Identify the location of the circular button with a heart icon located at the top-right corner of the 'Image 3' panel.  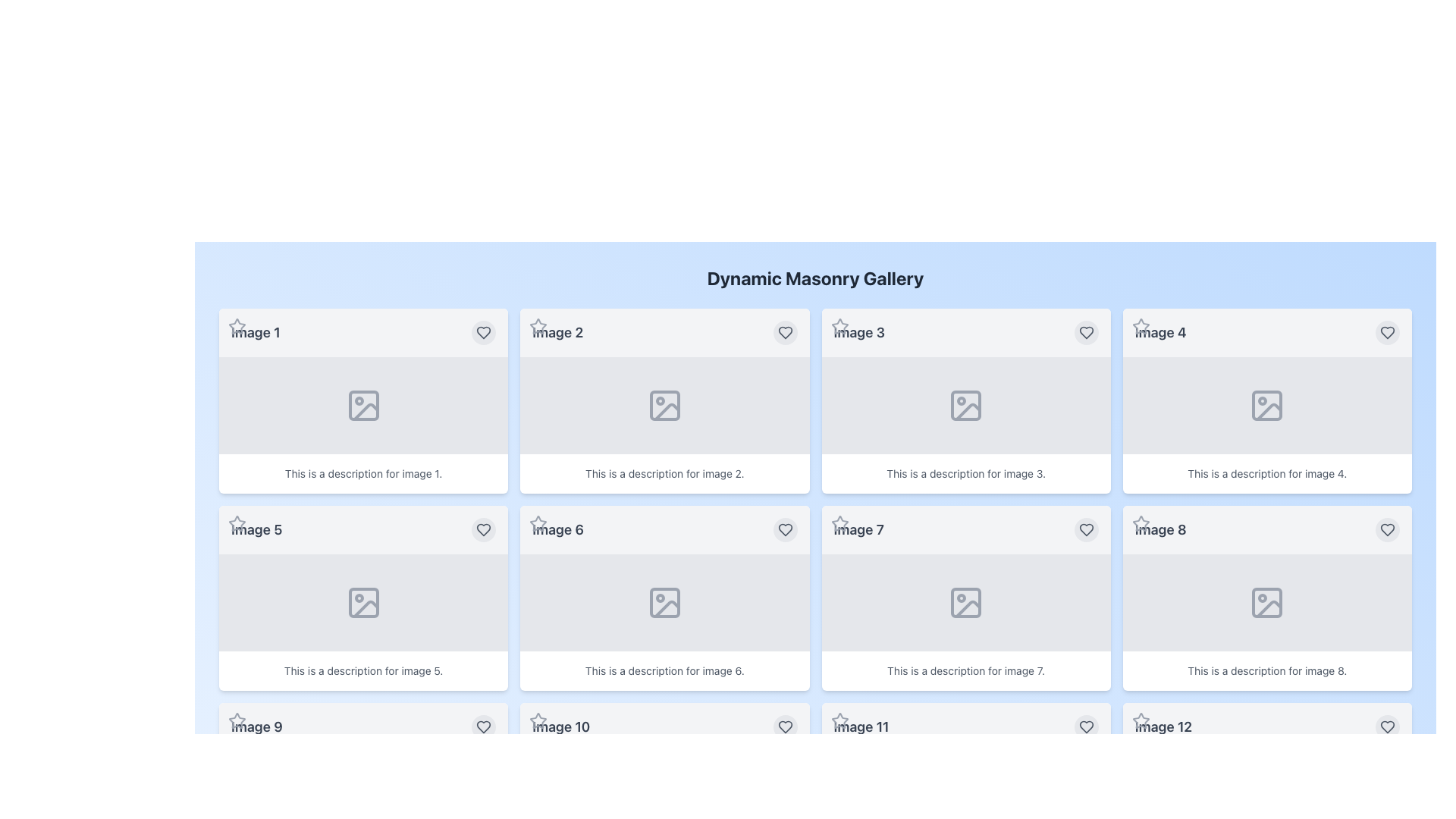
(1085, 332).